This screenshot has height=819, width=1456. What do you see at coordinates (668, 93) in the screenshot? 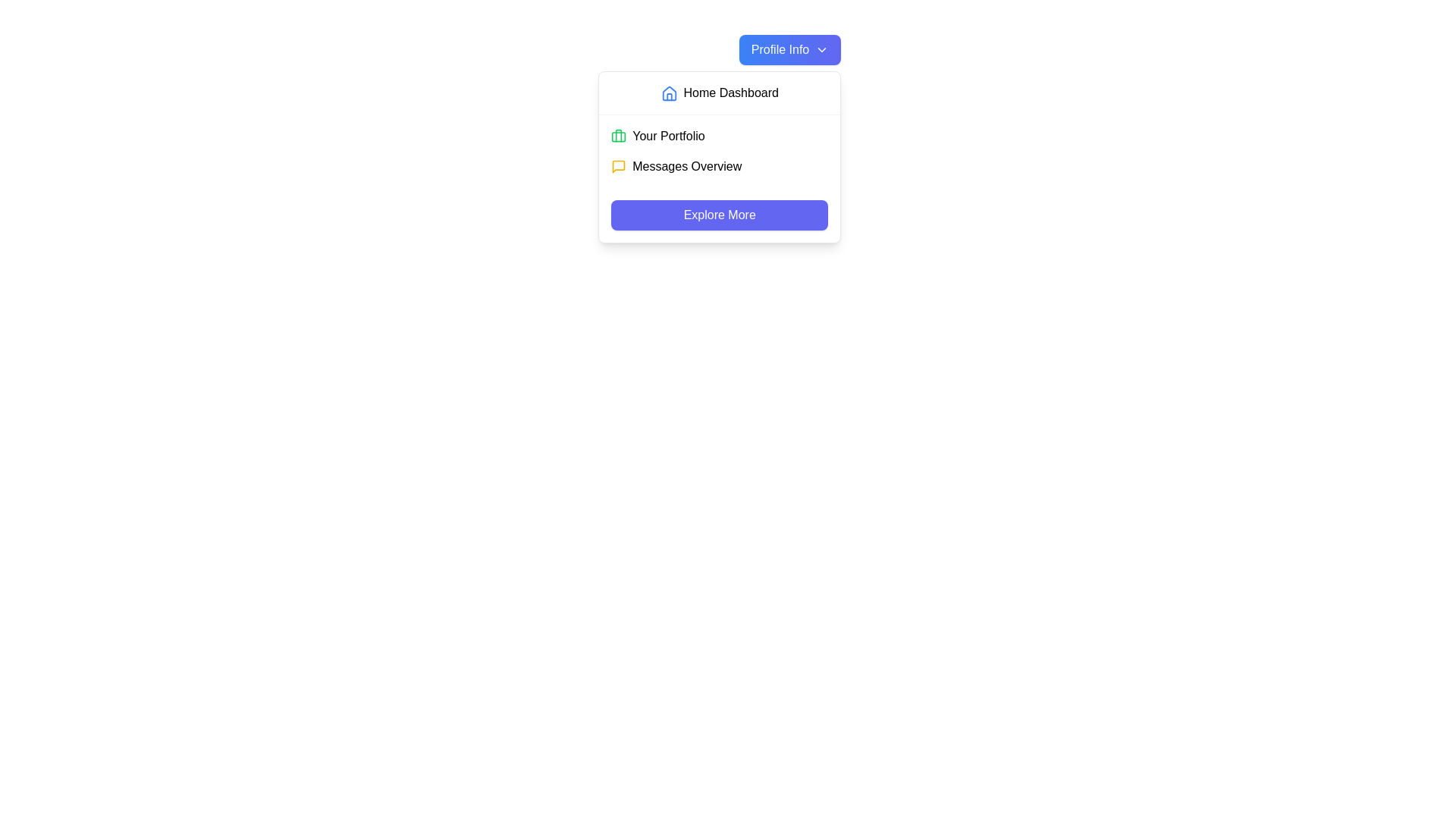
I see `the 'Home Dashboard' icon located to the immediate left of the 'Home Dashboard' text in the dropdown menu` at bounding box center [668, 93].